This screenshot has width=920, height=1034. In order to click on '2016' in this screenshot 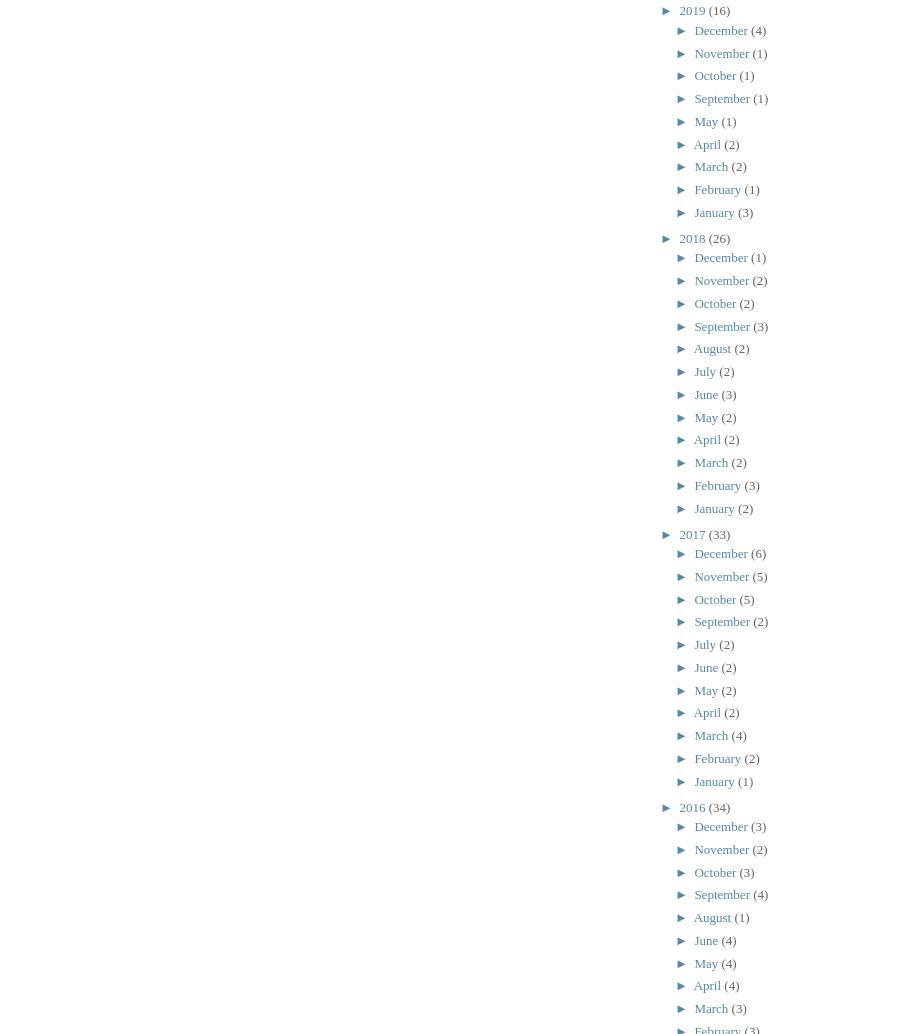, I will do `click(693, 805)`.